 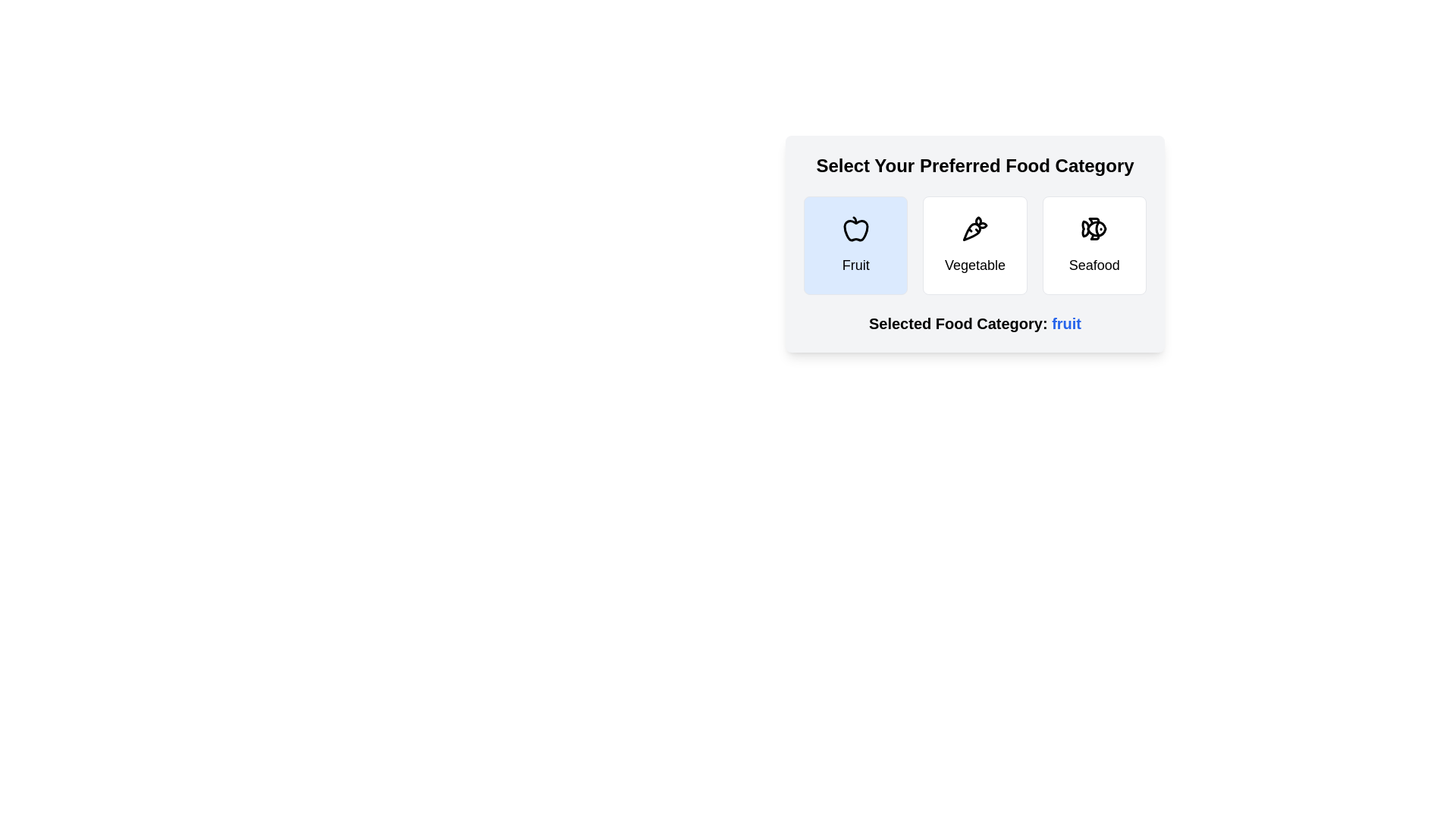 I want to click on the blue-highlighted text 'fruit' in the Text Display that indicates the selected food category, so click(x=975, y=323).